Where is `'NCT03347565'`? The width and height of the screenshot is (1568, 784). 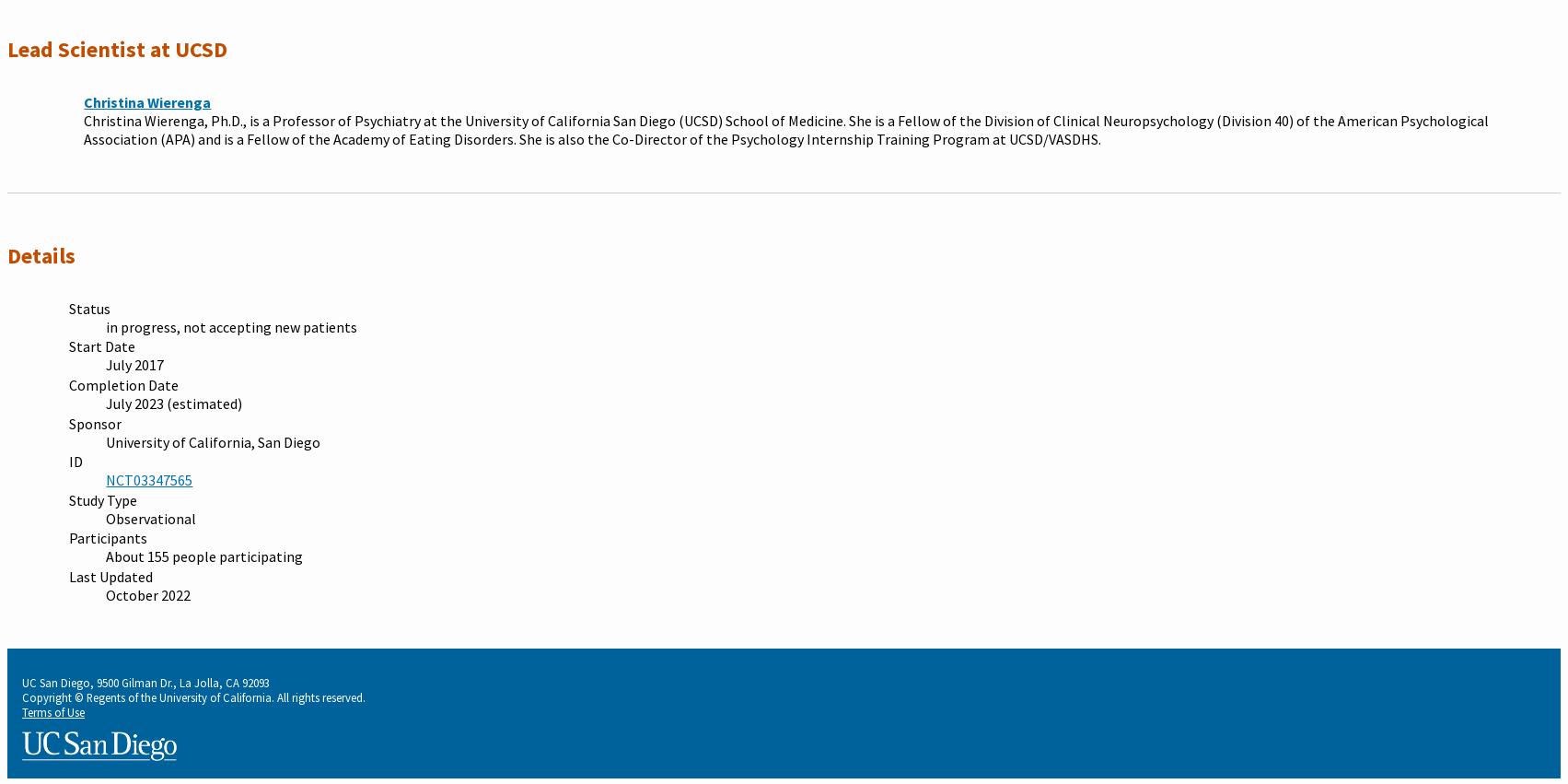
'NCT03347565' is located at coordinates (148, 479).